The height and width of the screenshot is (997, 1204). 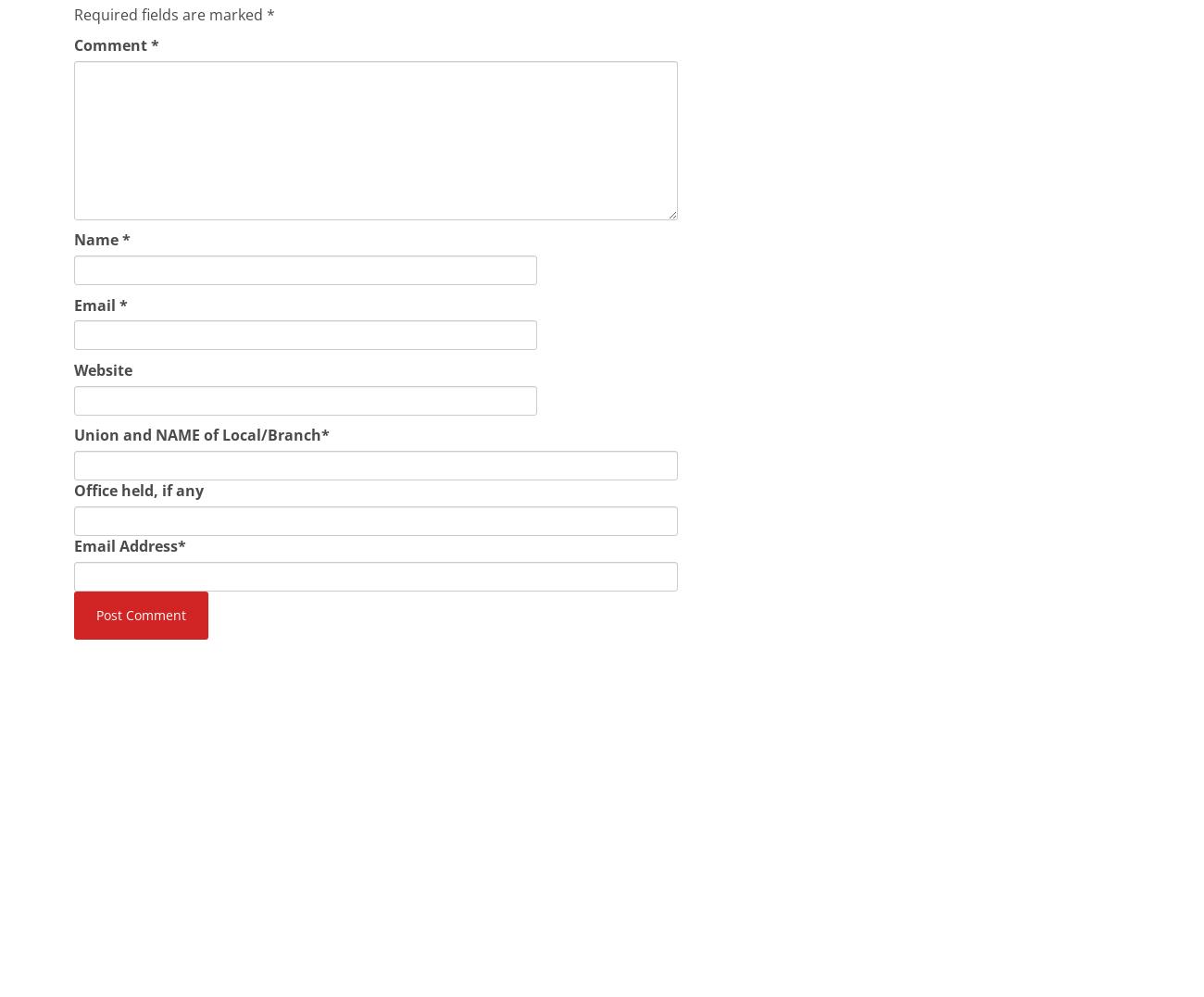 I want to click on 'Email Address', so click(x=124, y=544).